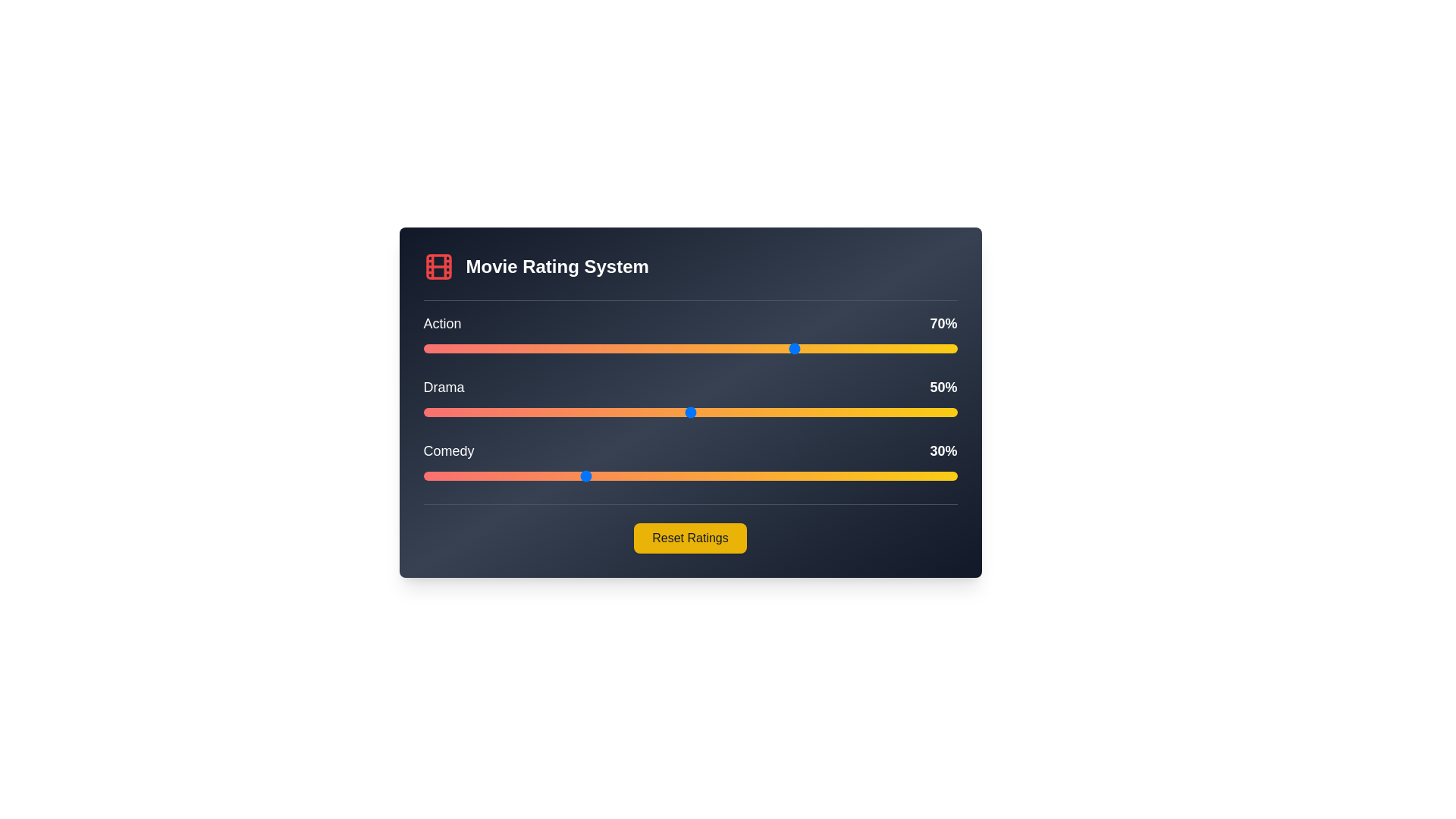 Image resolution: width=1456 pixels, height=819 pixels. Describe the element at coordinates (765, 412) in the screenshot. I see `the Drama genre rating to 64% by adjusting the slider` at that location.